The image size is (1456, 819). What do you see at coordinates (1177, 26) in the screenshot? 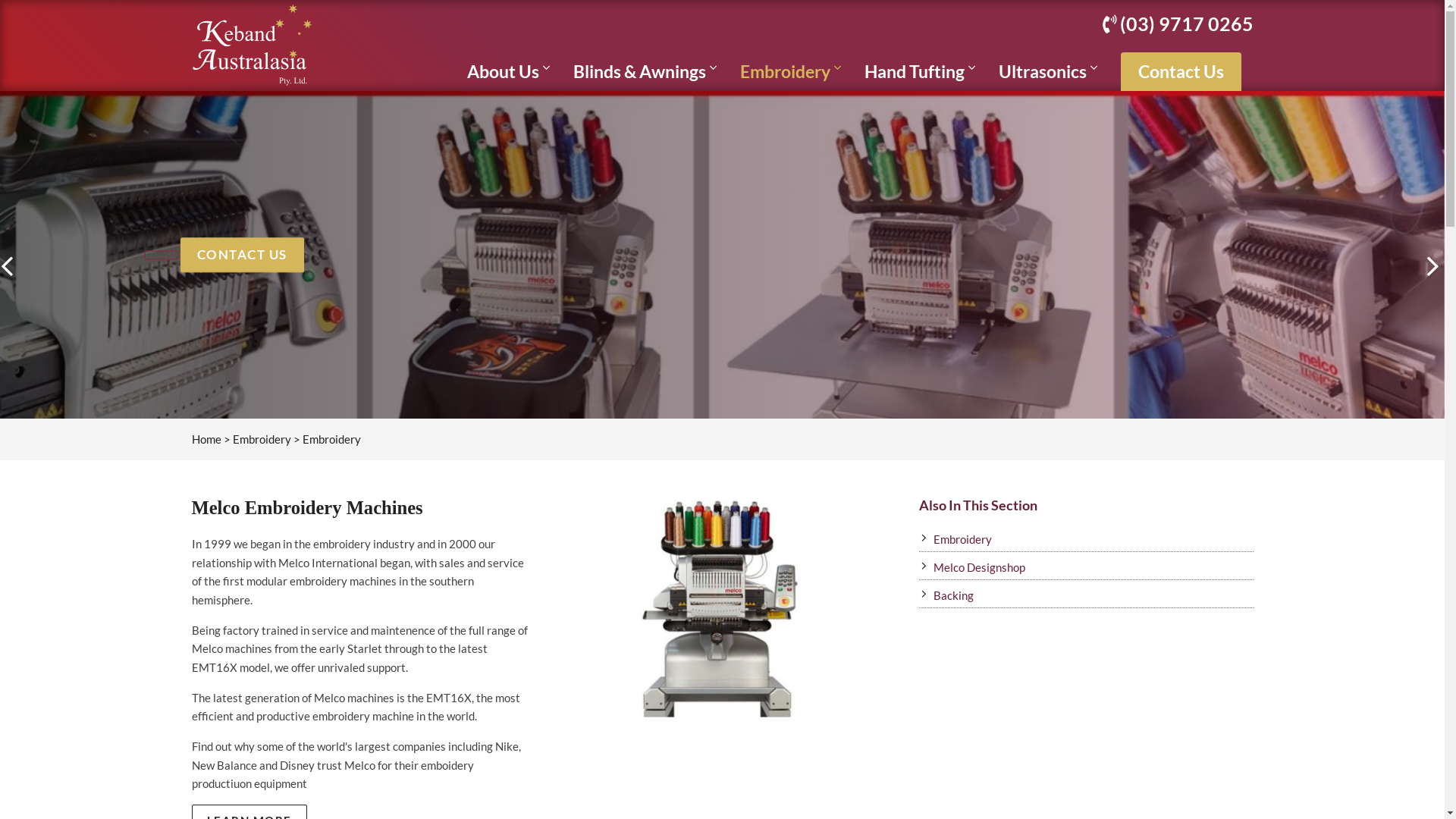
I see `'(03) 9717 0265'` at bounding box center [1177, 26].